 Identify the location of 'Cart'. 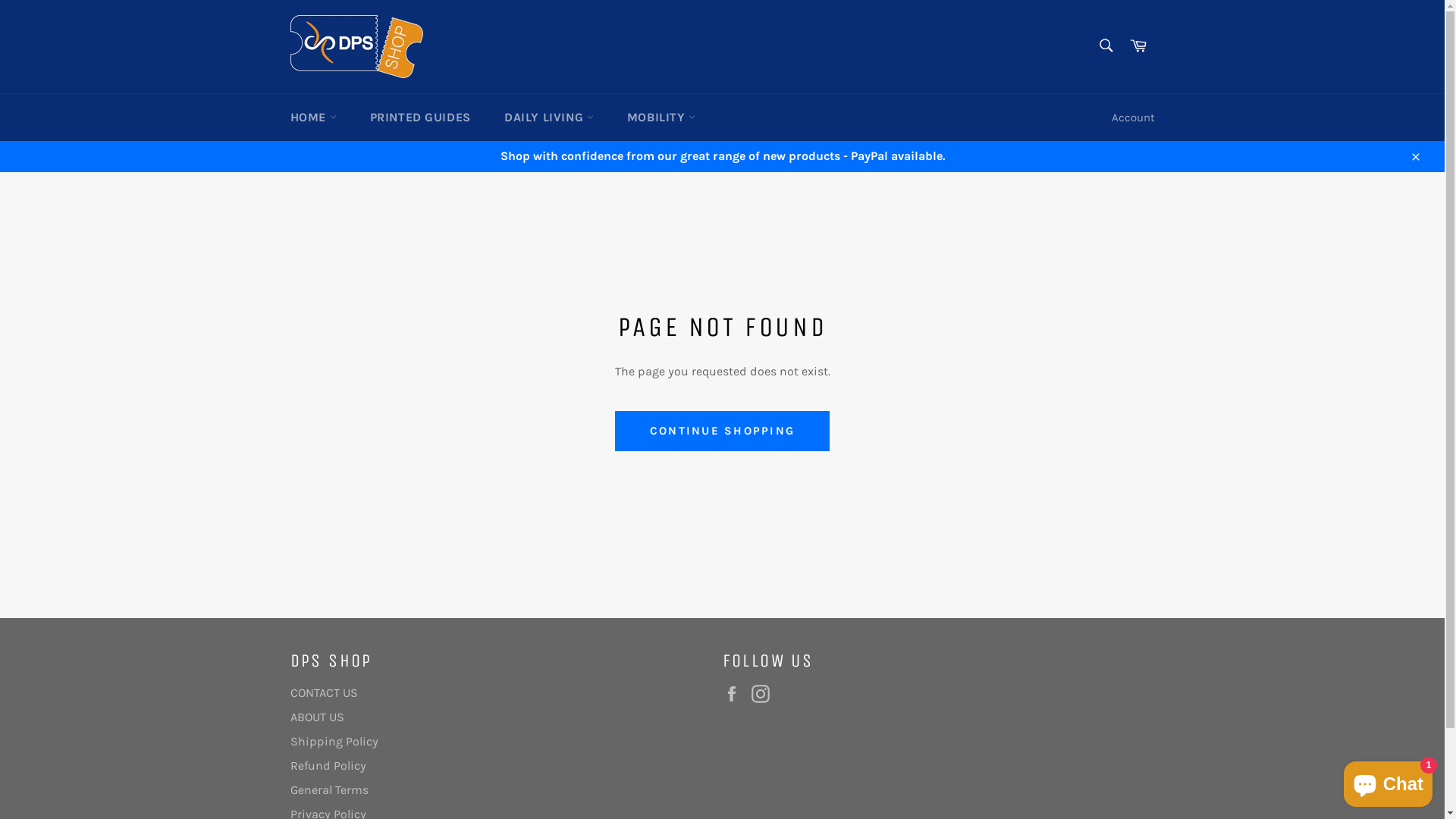
(1138, 45).